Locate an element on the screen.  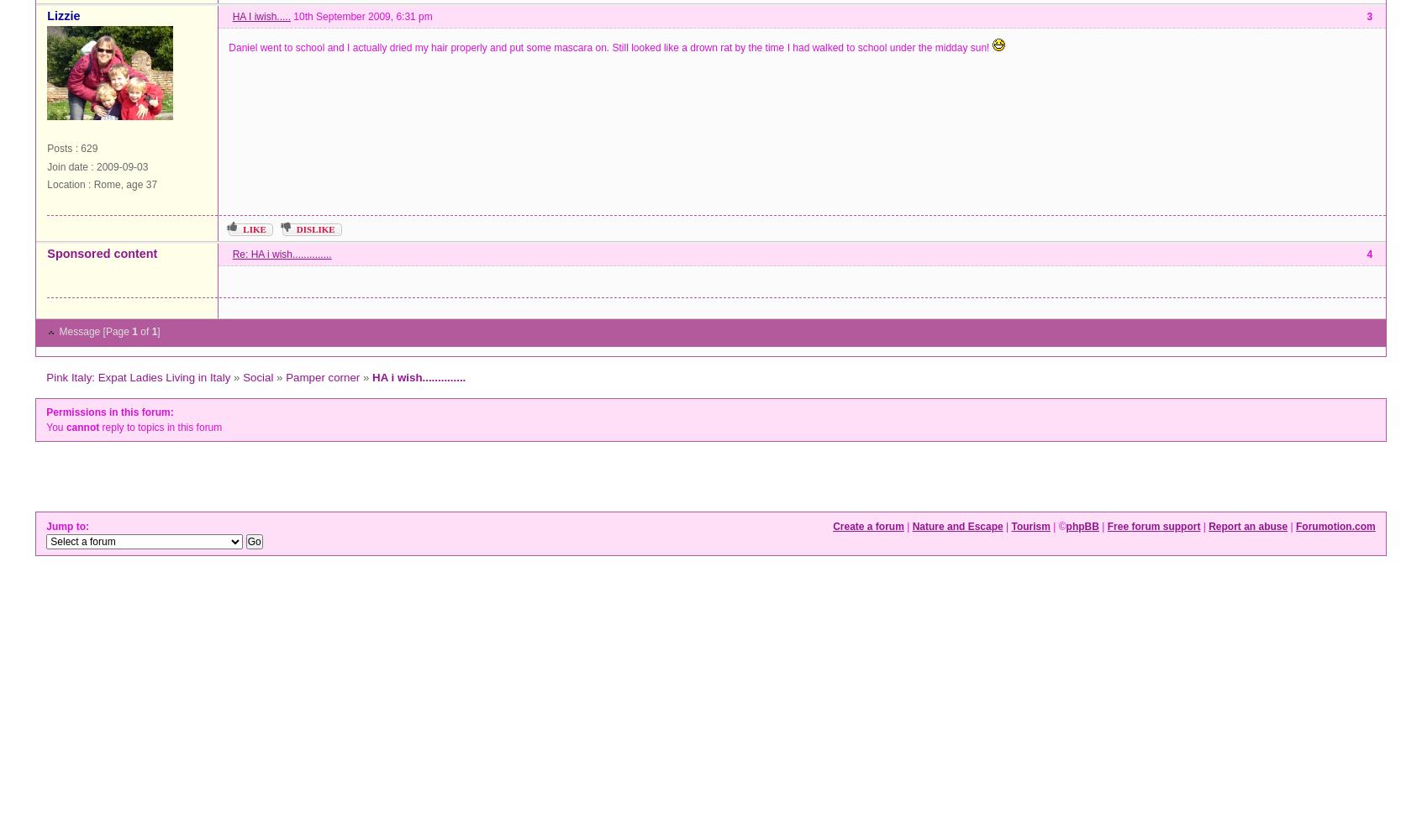
'Like' is located at coordinates (241, 228).